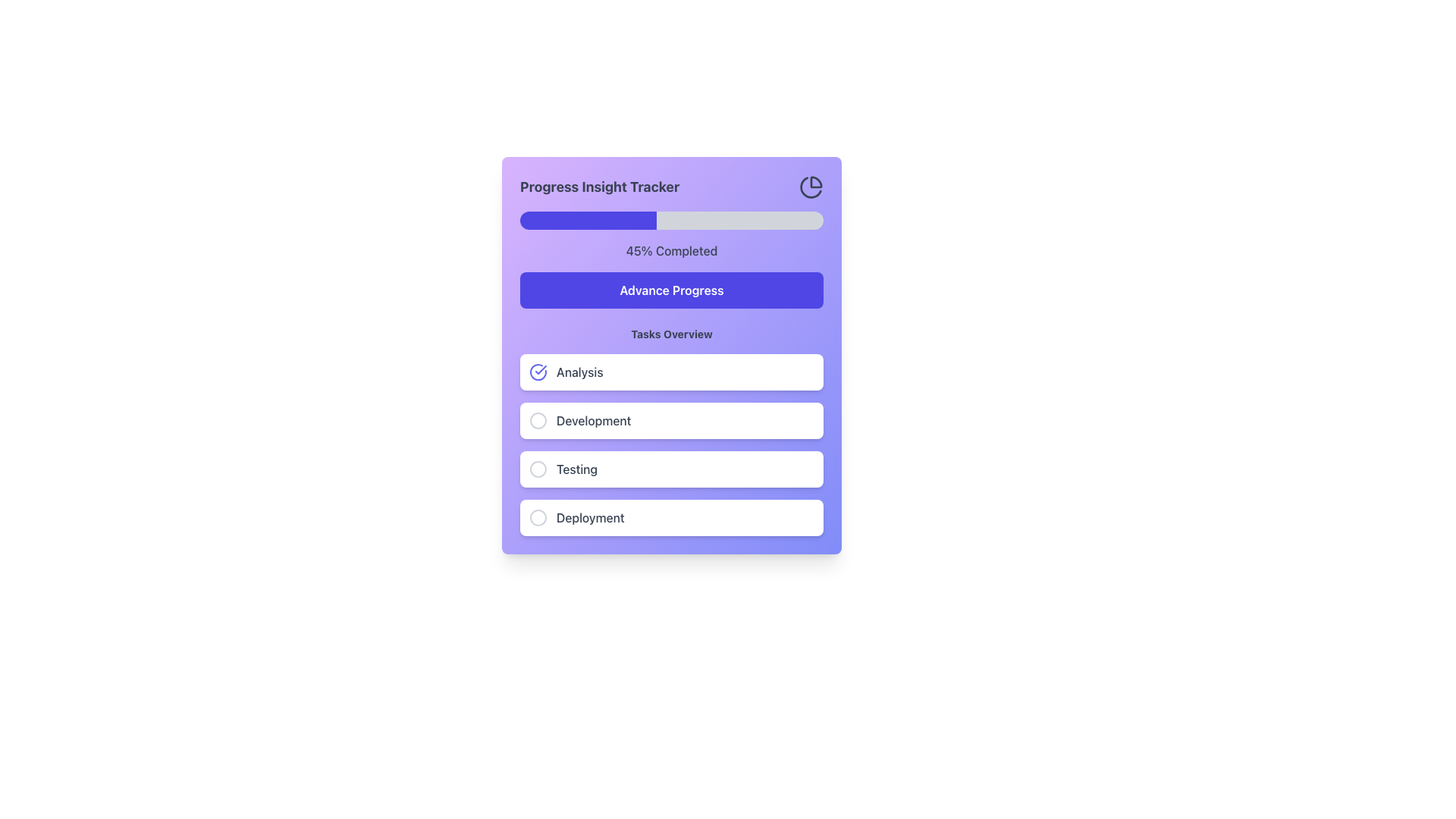  Describe the element at coordinates (576, 468) in the screenshot. I see `the text label displaying the word 'Testing', which is the third item in a vertical list of tasks, contained within a white rectangular card` at that location.